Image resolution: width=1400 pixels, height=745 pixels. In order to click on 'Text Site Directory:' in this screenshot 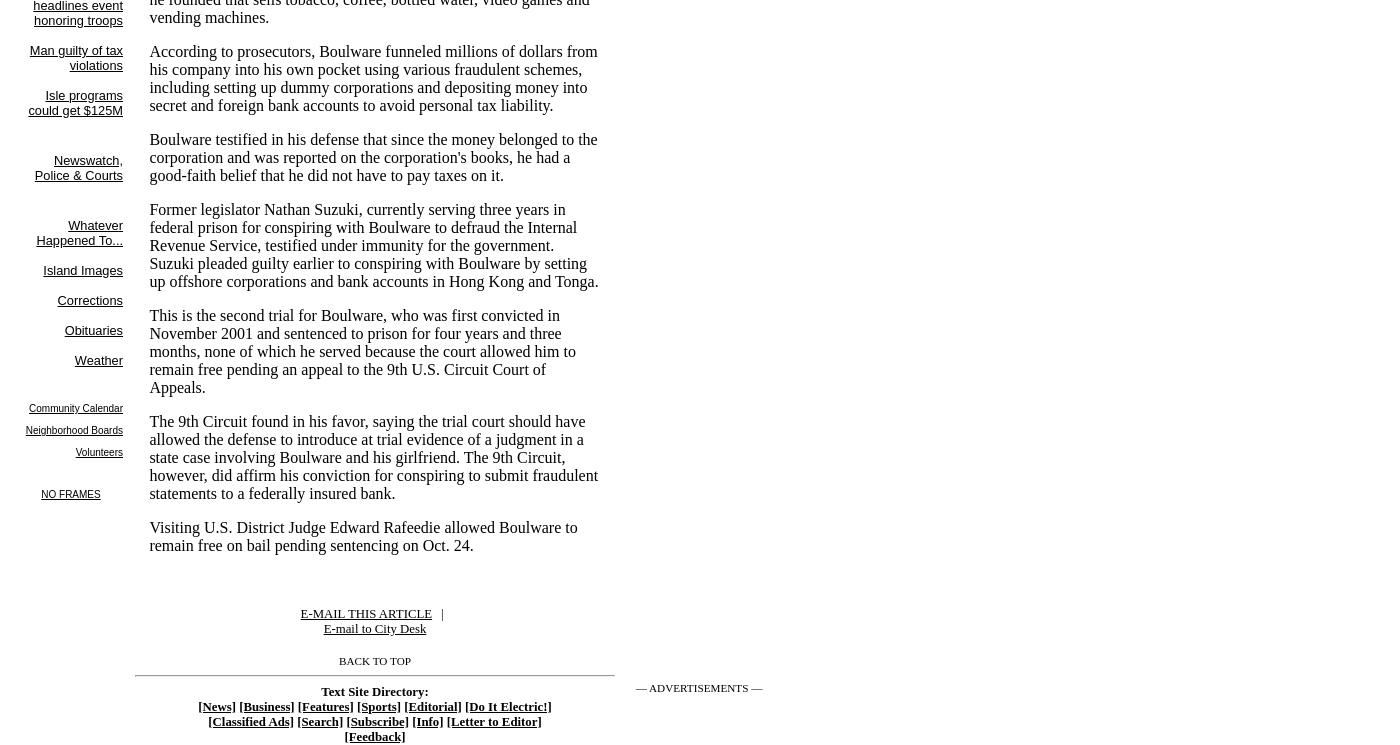, I will do `click(374, 690)`.